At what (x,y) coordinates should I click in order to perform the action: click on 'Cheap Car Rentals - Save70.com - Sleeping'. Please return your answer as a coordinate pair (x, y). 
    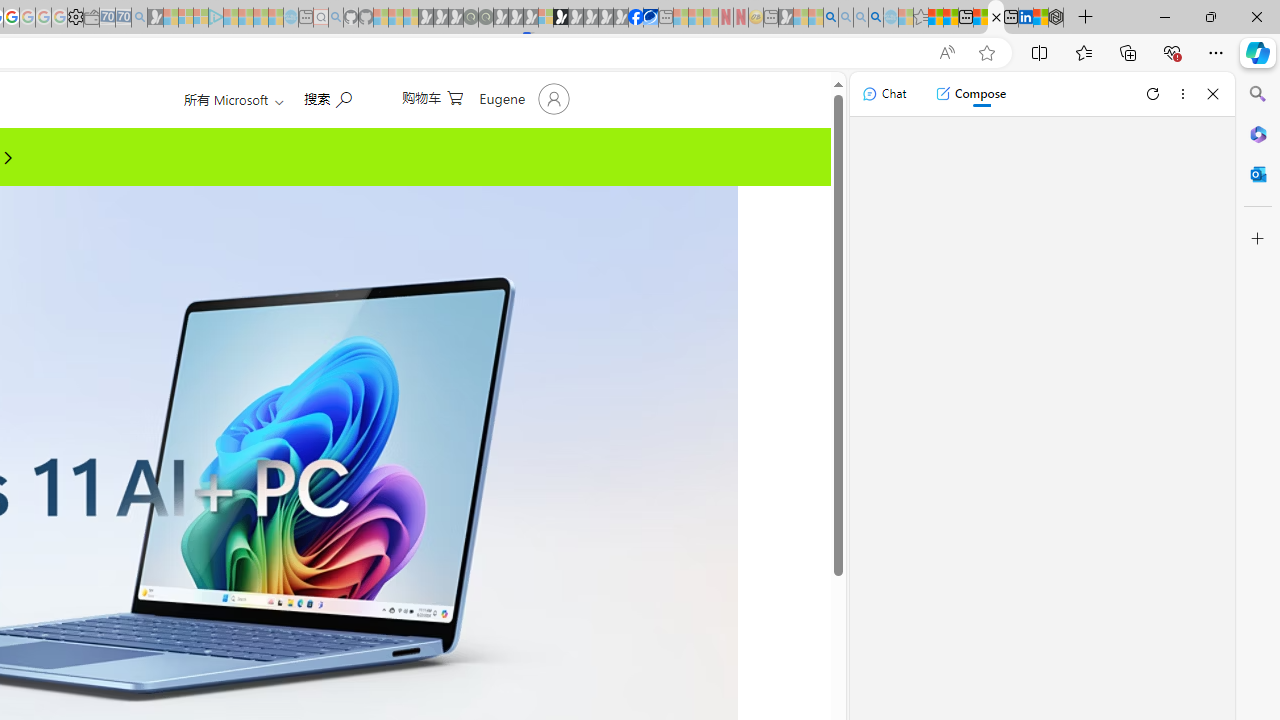
    Looking at the image, I should click on (122, 17).